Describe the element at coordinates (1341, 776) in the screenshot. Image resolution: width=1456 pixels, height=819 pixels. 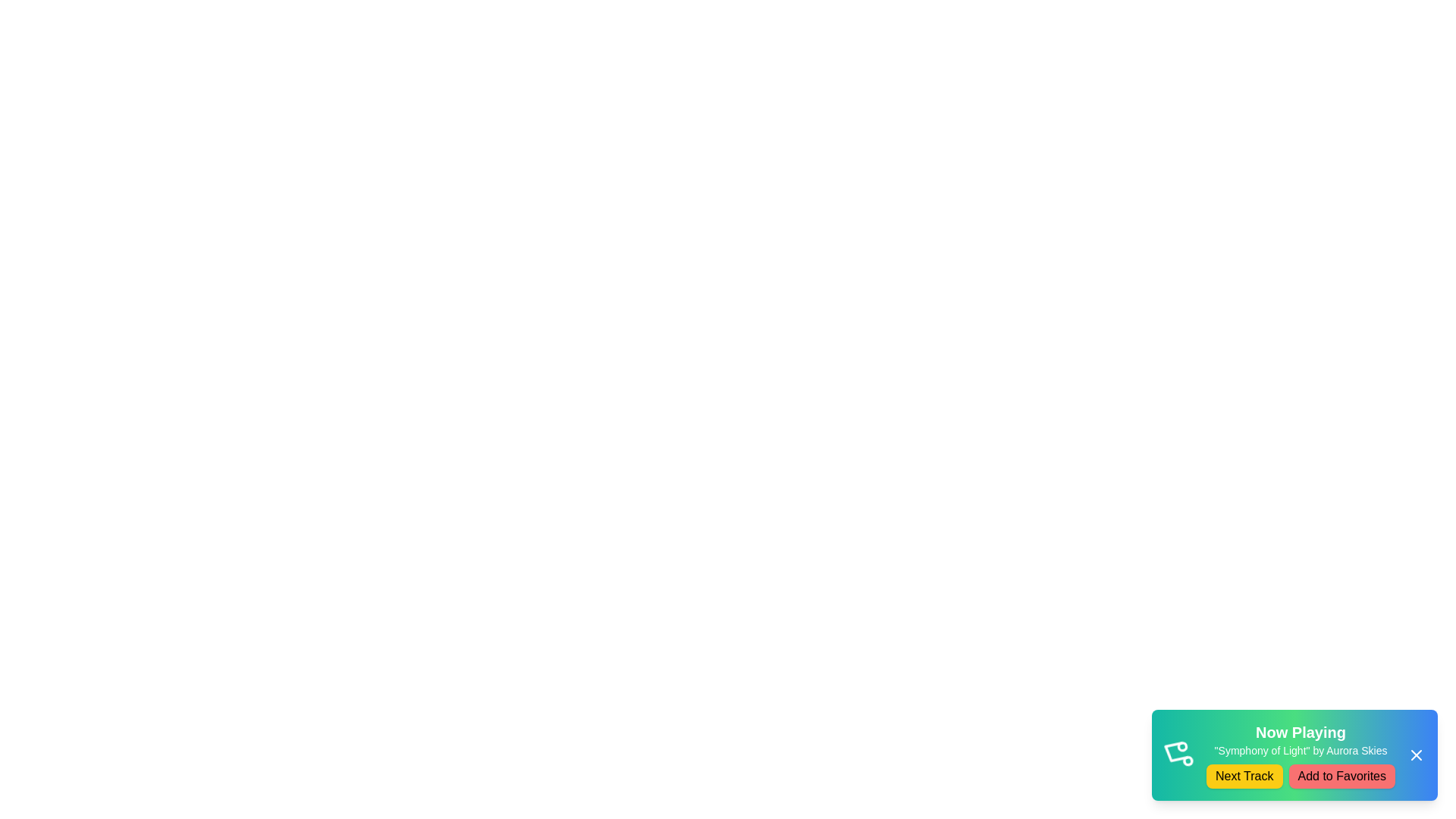
I see `the button labeled Add to Favorites to observe its hover effect` at that location.